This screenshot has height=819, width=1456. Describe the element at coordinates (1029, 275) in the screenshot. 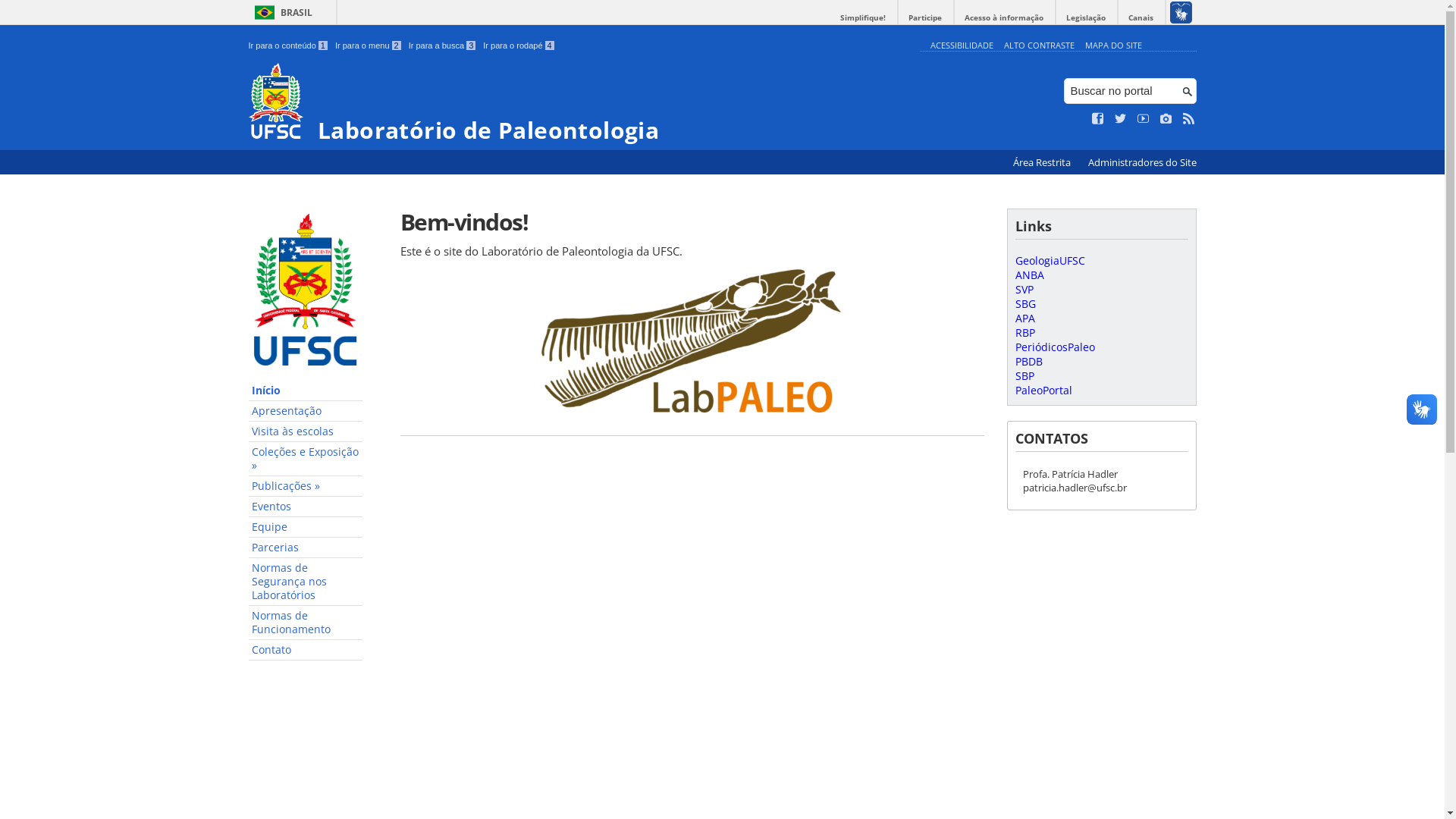

I see `'ANBA'` at that location.